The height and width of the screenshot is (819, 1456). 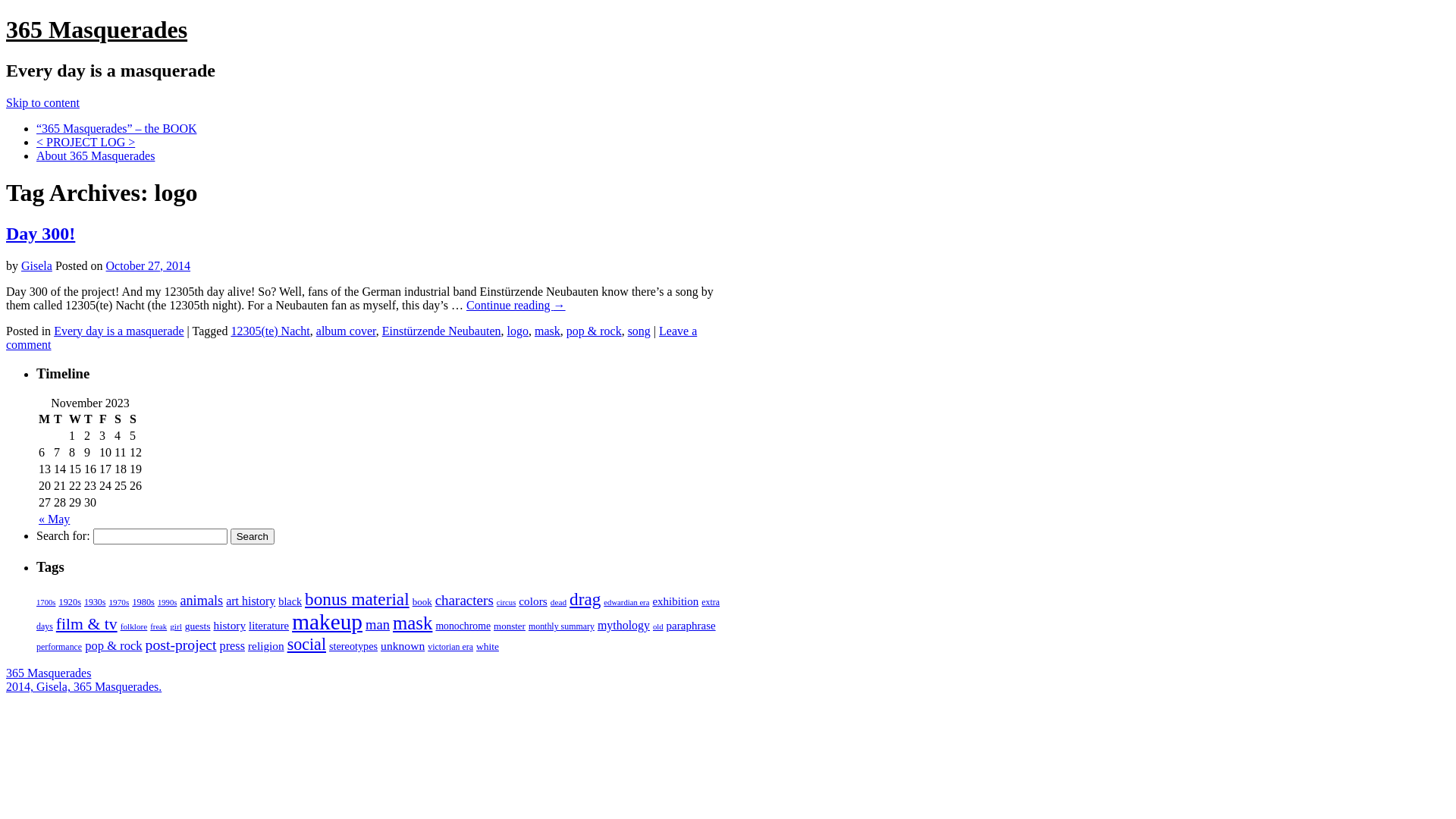 What do you see at coordinates (229, 330) in the screenshot?
I see `'12305(te) Nacht'` at bounding box center [229, 330].